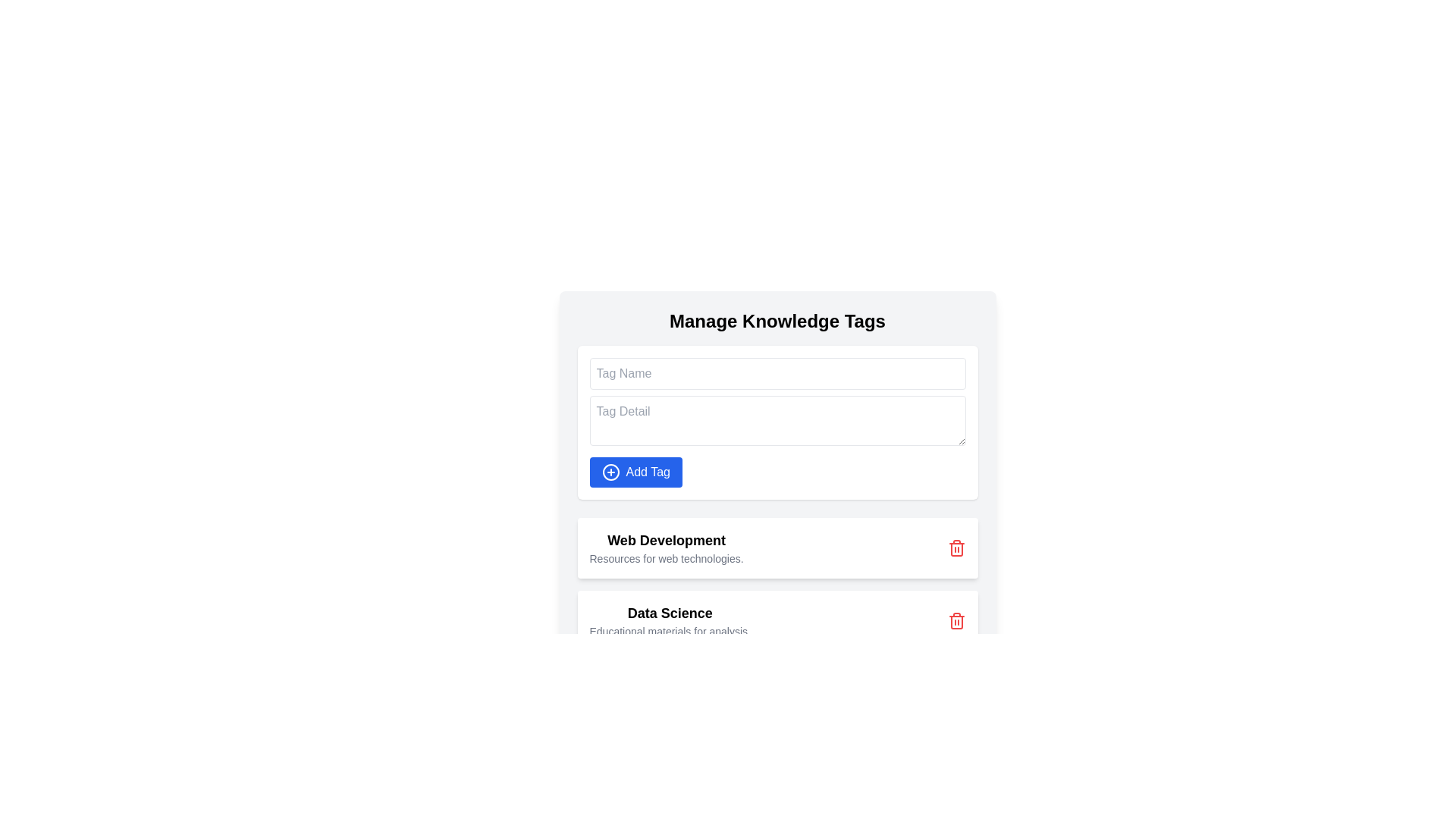  I want to click on text label providing additional context about the 'Web Development' section located centered below the title text, so click(666, 558).